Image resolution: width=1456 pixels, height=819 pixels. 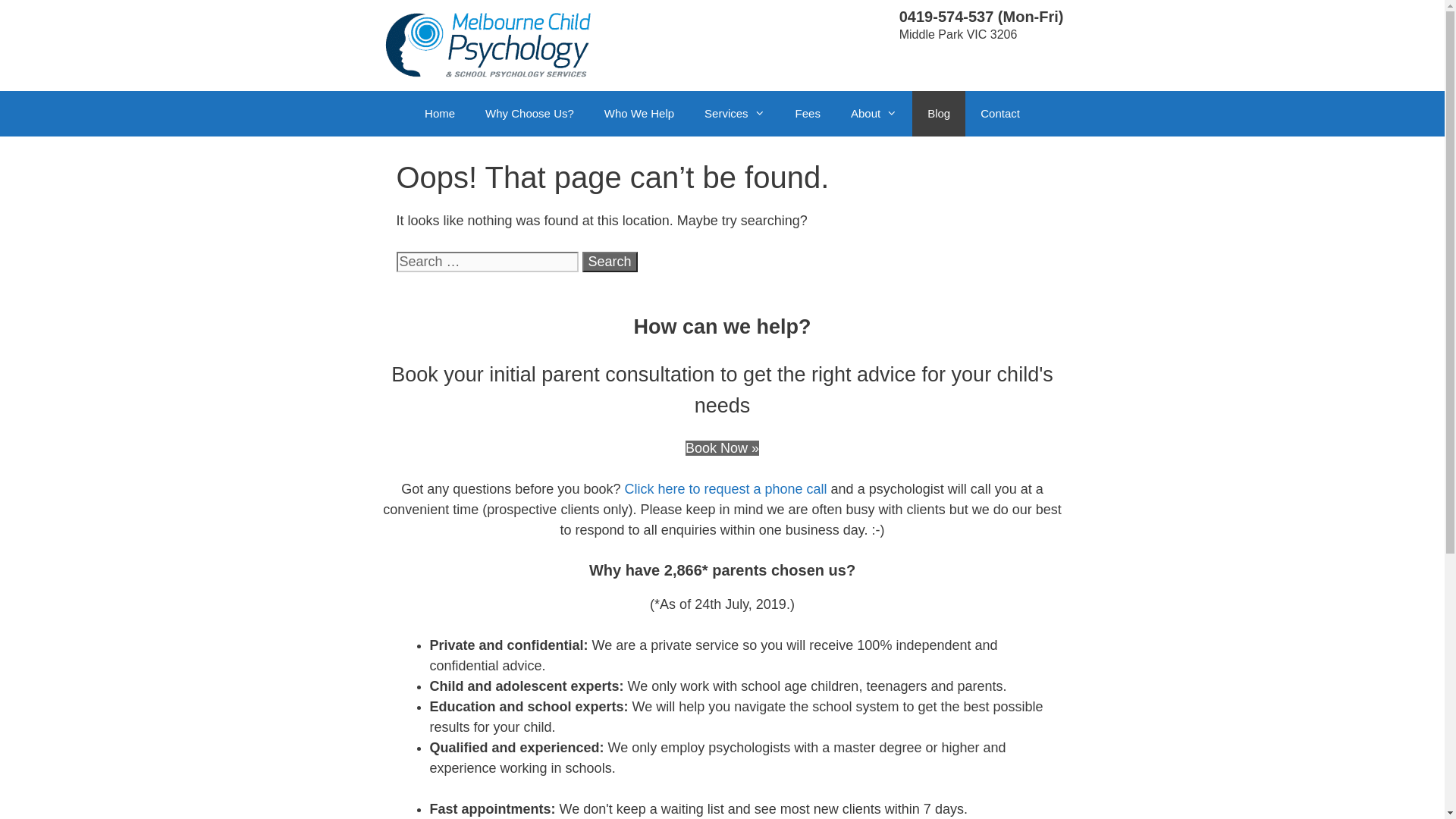 What do you see at coordinates (946, 17) in the screenshot?
I see `'0419-574-537'` at bounding box center [946, 17].